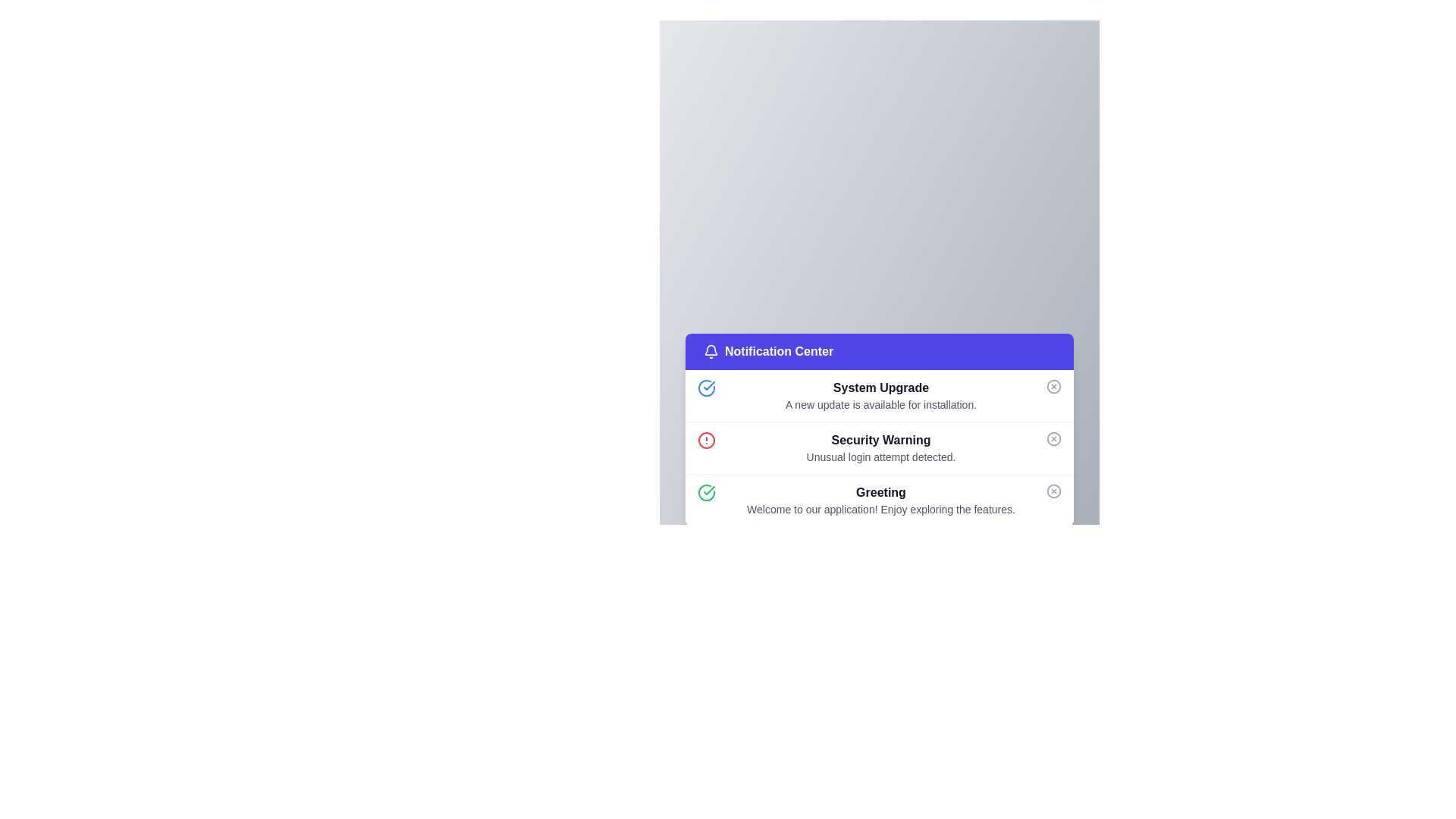 This screenshot has width=1456, height=819. I want to click on the middle notification in the Notification Panel, which is centrally located below a blue gradient background and surrounded by three vertically stacked notifications, so click(880, 430).